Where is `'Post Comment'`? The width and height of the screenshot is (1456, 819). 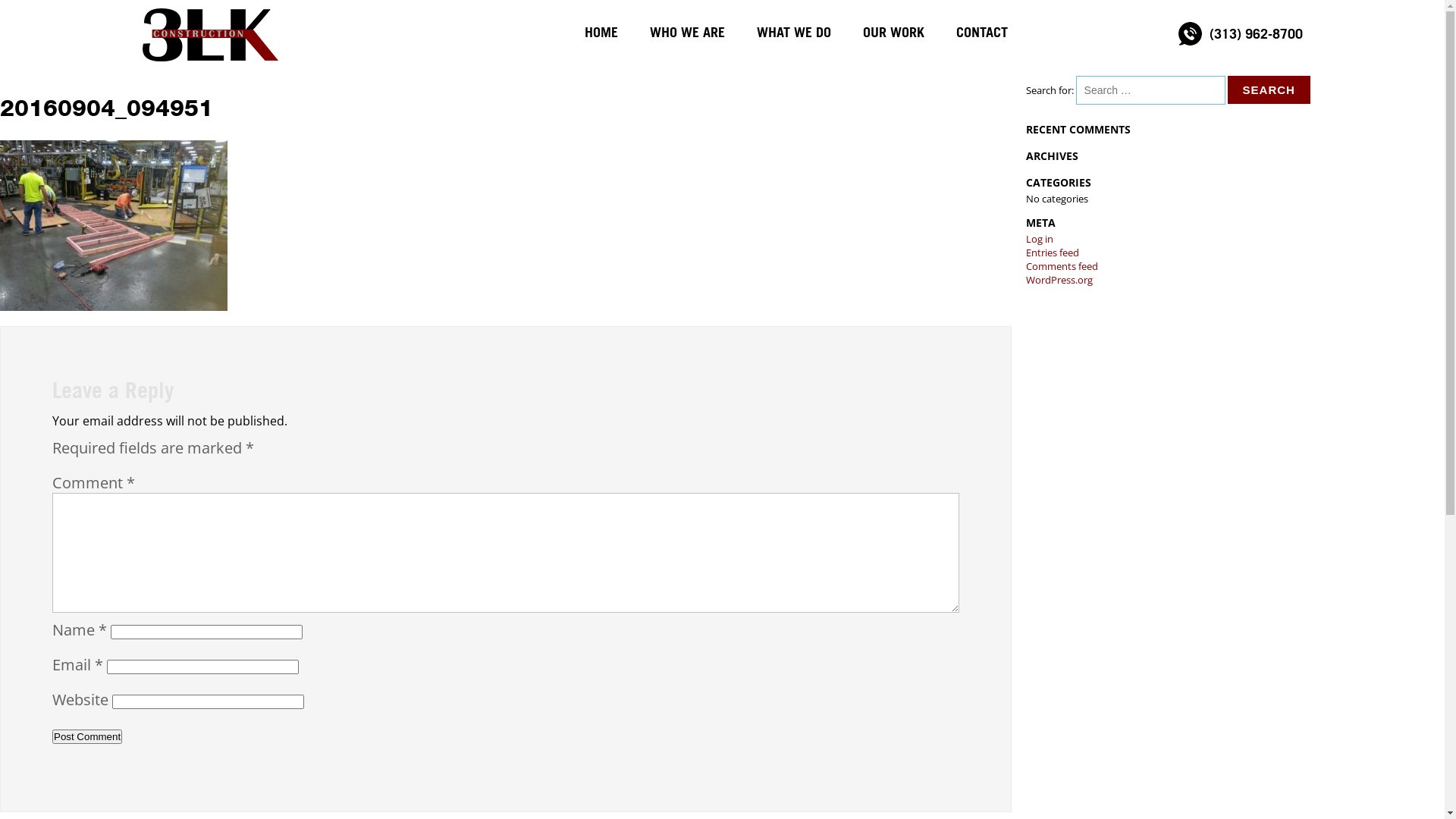
'Post Comment' is located at coordinates (52, 736).